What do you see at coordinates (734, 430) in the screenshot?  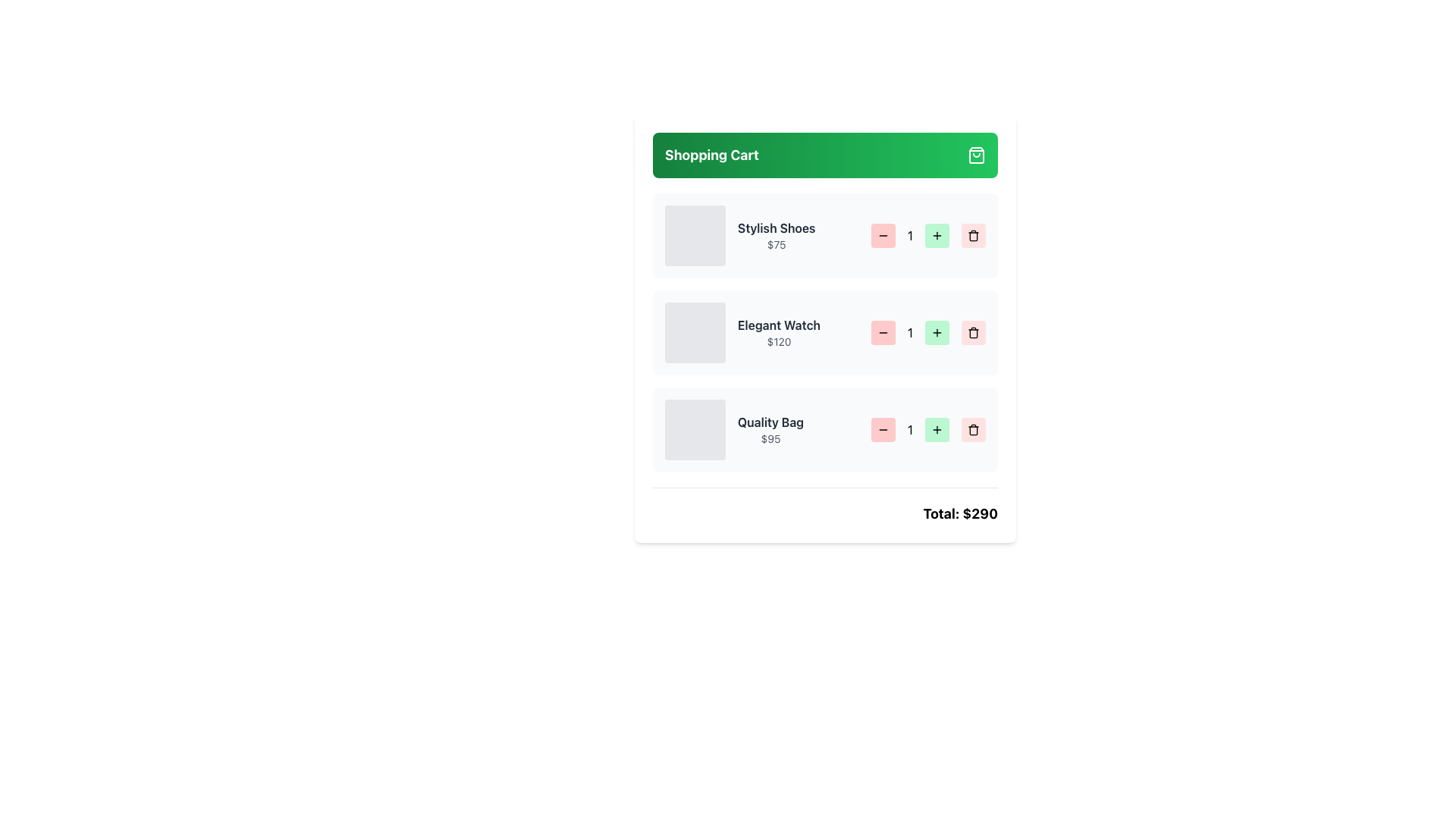 I see `the Product Display Card for 'Quality Bag' priced at '$95'` at bounding box center [734, 430].